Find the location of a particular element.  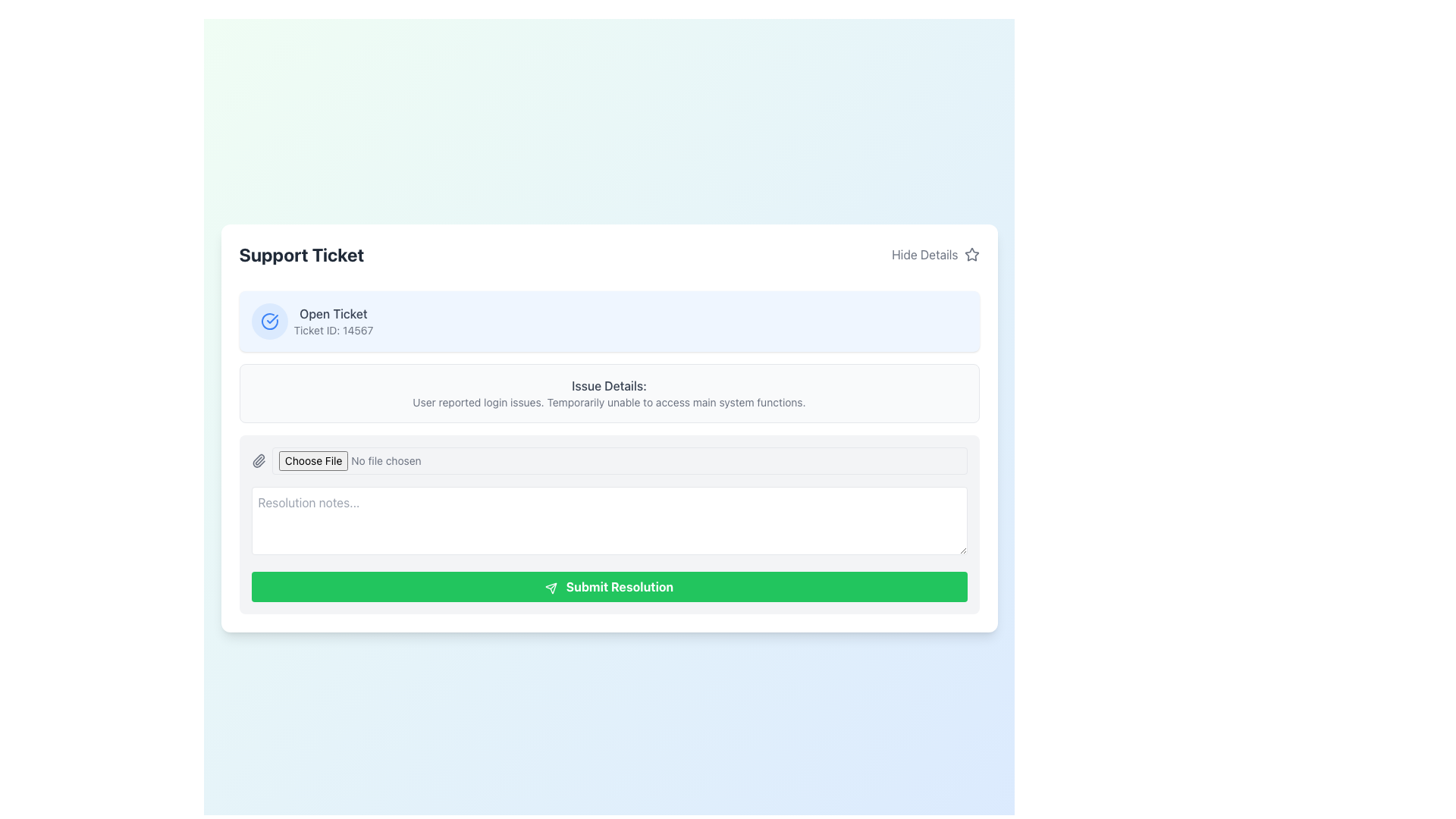

the interactive link with an icon at the top right corner of the 'Support Ticket' section header to hide additional details about the support ticket is located at coordinates (934, 253).